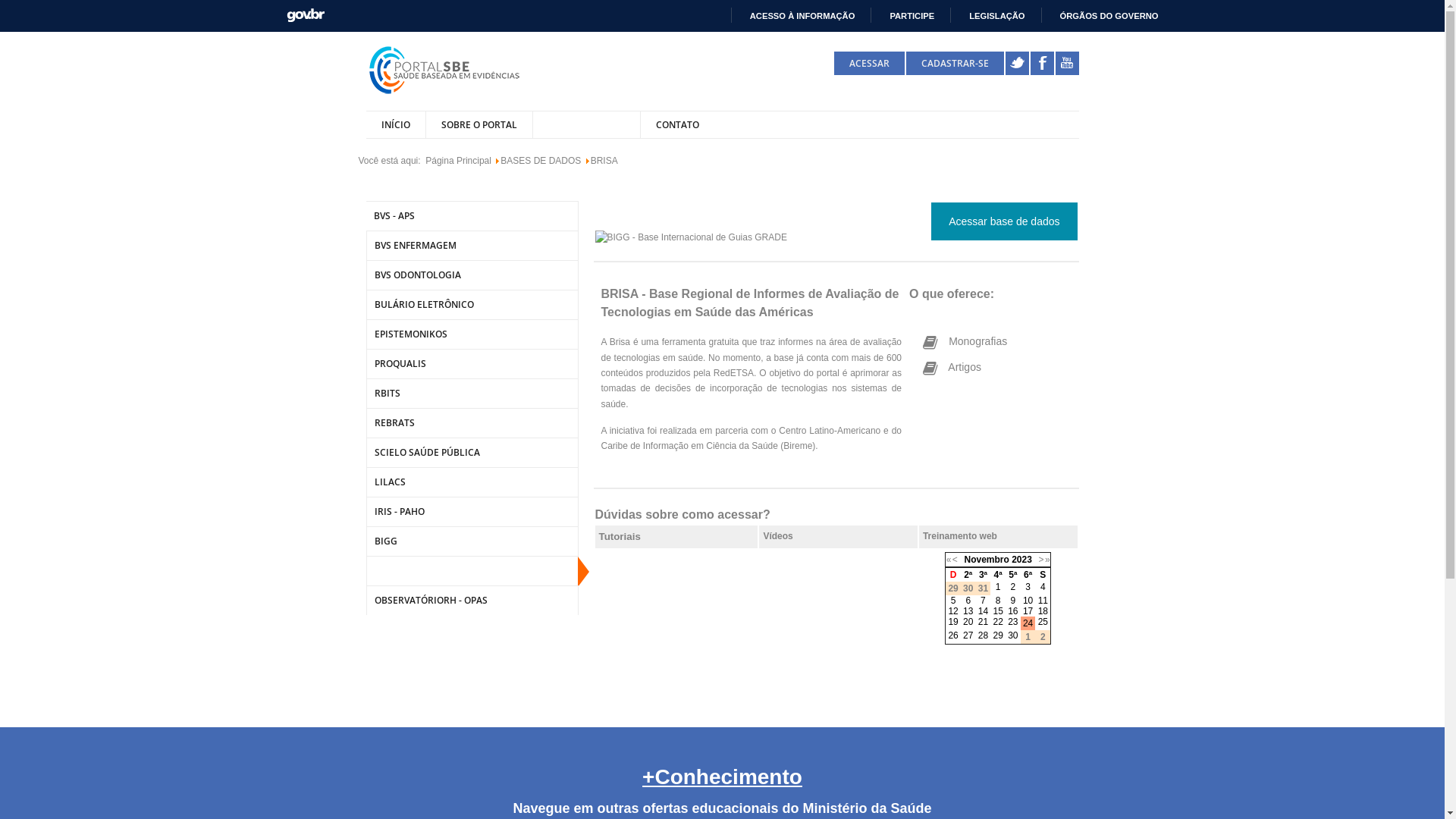 The height and width of the screenshot is (819, 1456). Describe the element at coordinates (365, 363) in the screenshot. I see `'PROQUALIS'` at that location.